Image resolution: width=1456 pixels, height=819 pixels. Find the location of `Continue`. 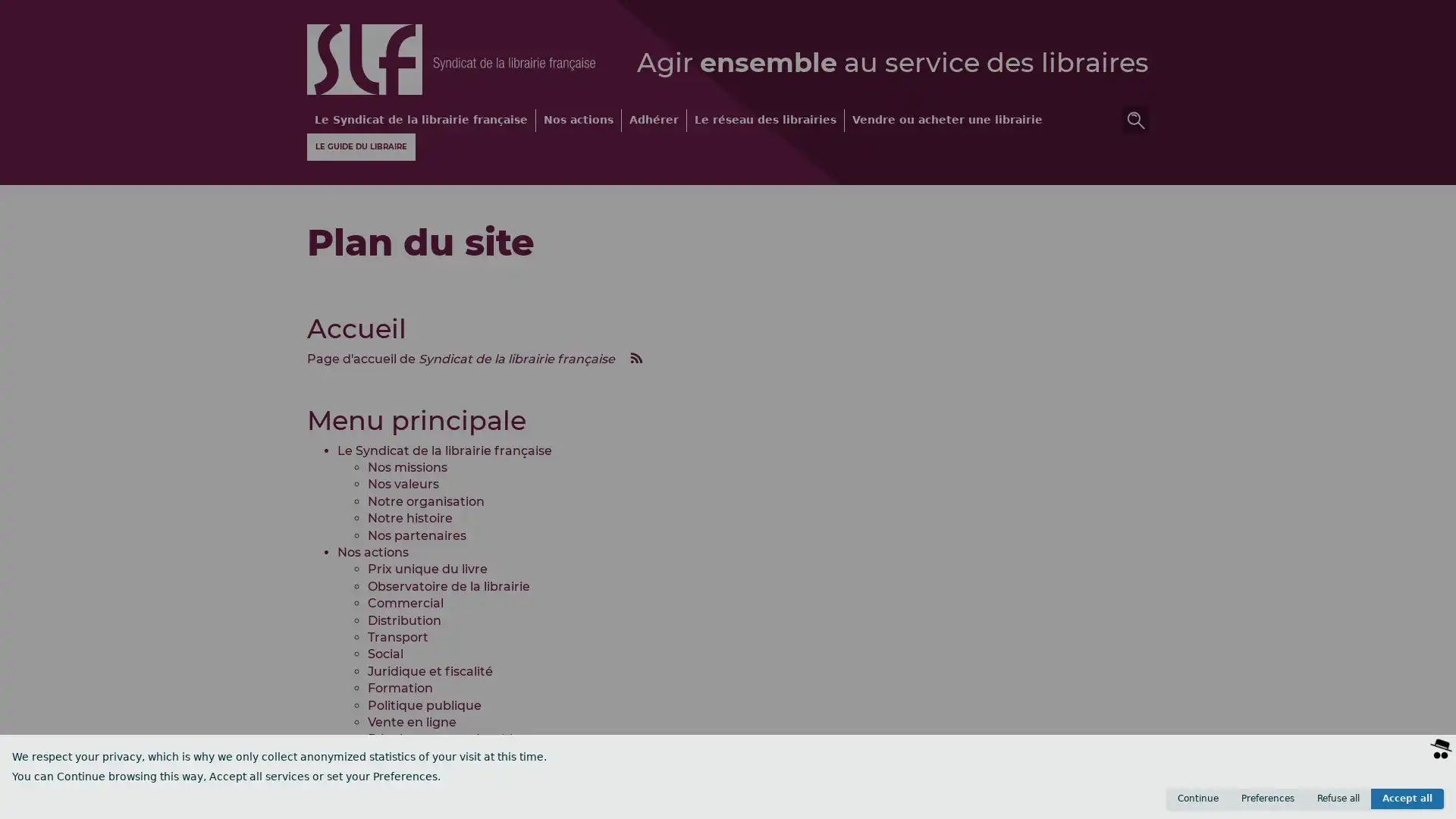

Continue is located at coordinates (1197, 798).